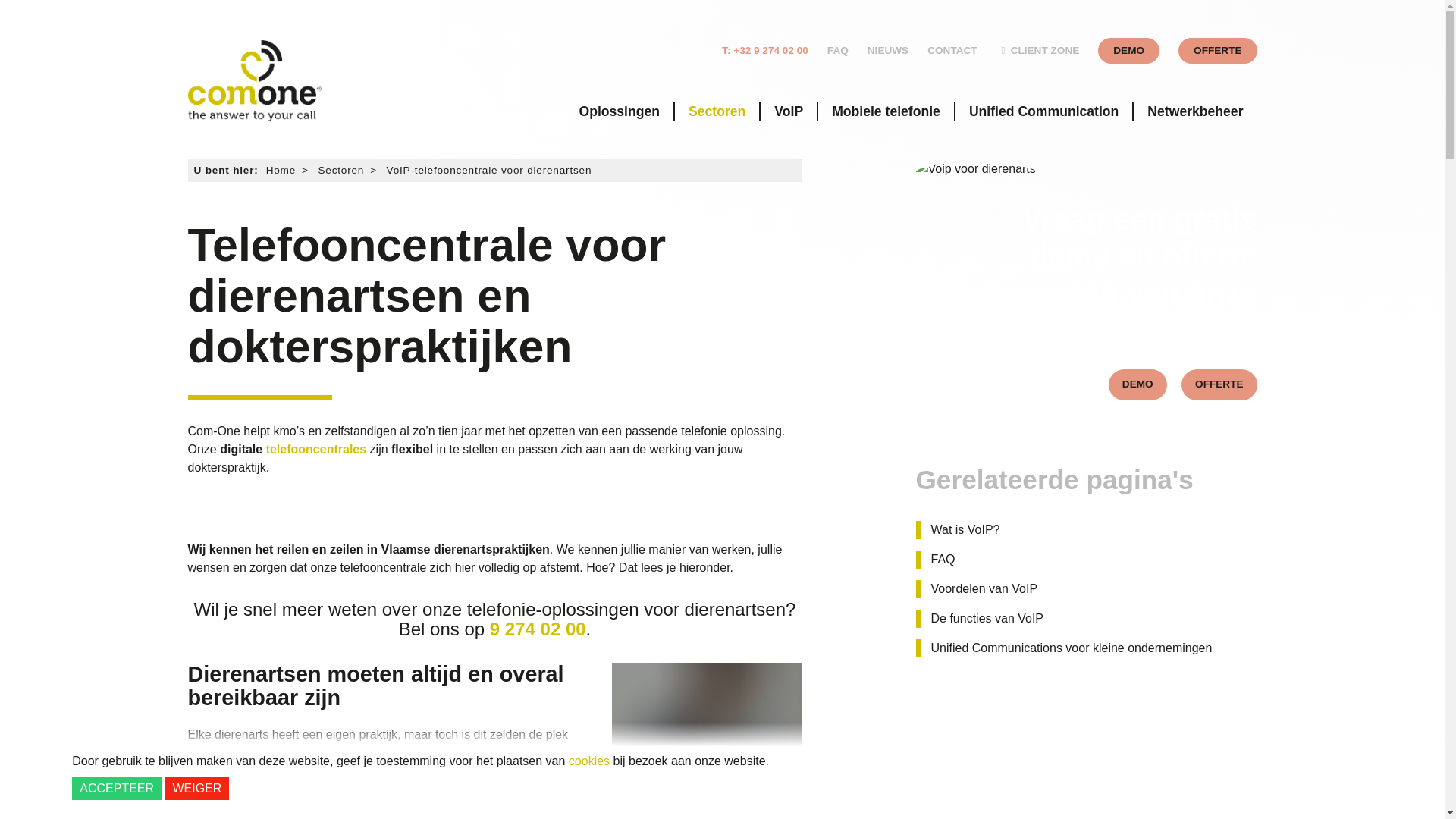  I want to click on 'Oplossingen', so click(619, 110).